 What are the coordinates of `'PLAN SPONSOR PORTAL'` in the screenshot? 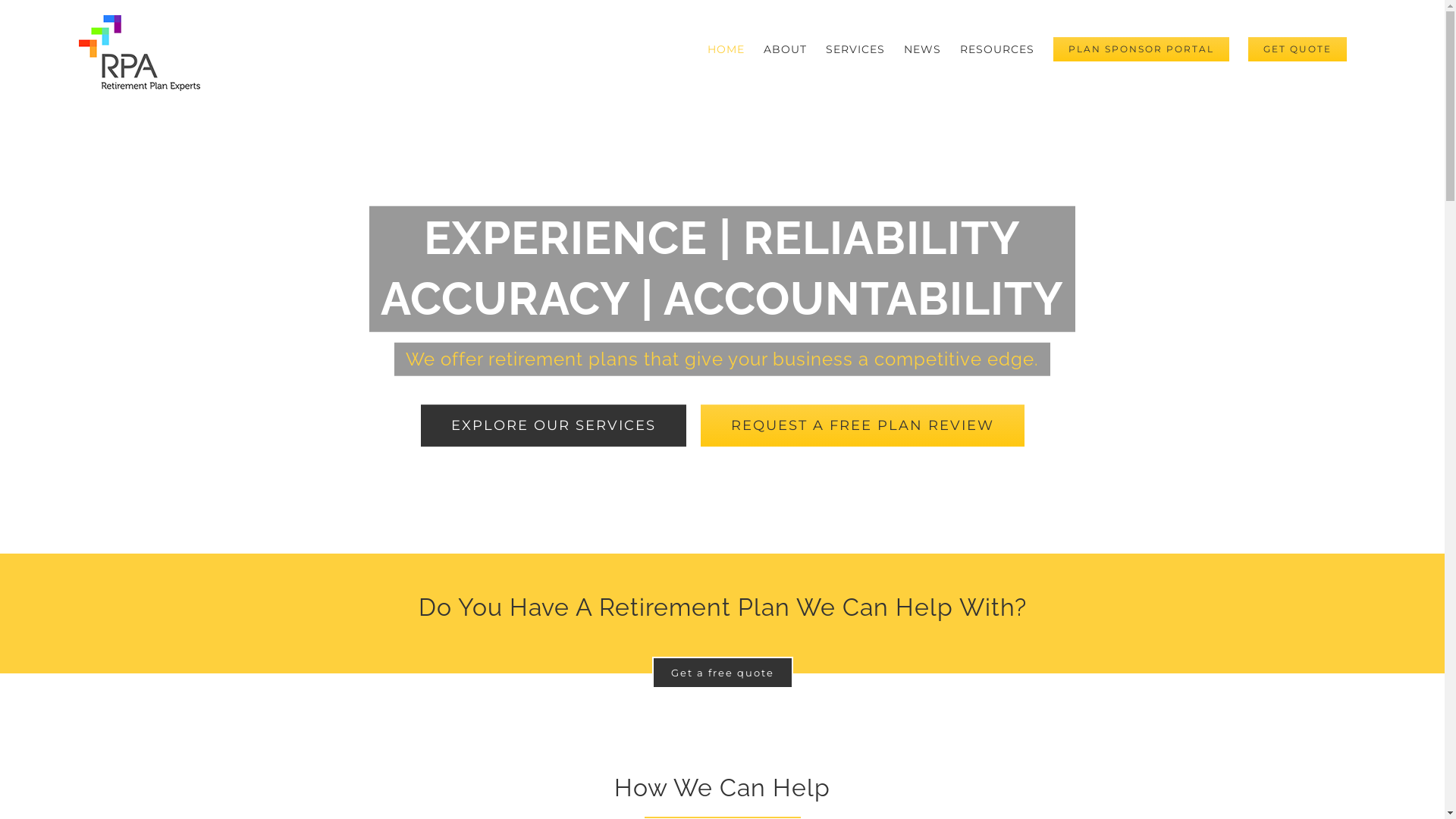 It's located at (1141, 49).